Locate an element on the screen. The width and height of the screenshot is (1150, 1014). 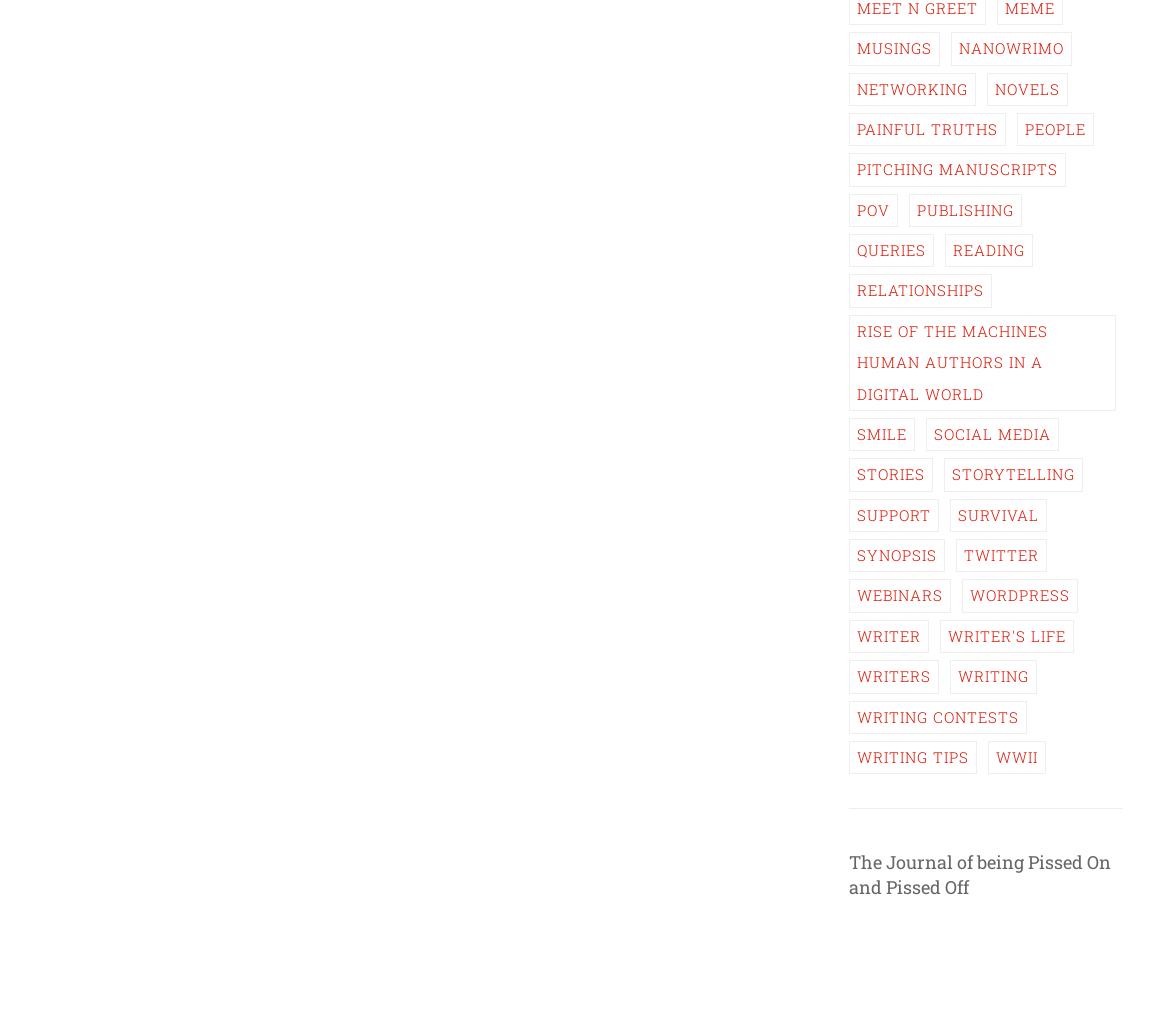
'WWII' is located at coordinates (1016, 755).